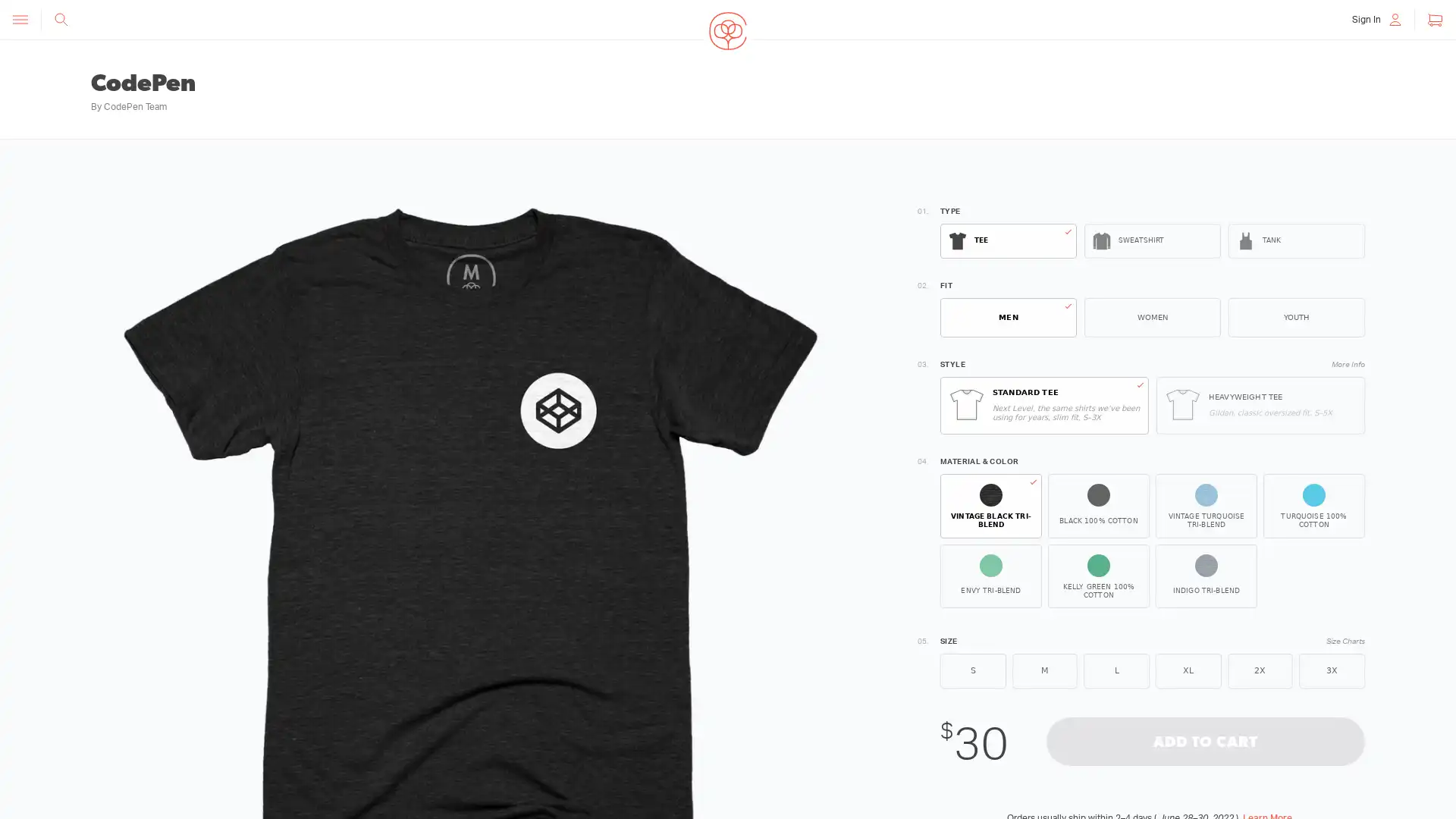 This screenshot has height=819, width=1456. What do you see at coordinates (1153, 317) in the screenshot?
I see `WOMEN` at bounding box center [1153, 317].